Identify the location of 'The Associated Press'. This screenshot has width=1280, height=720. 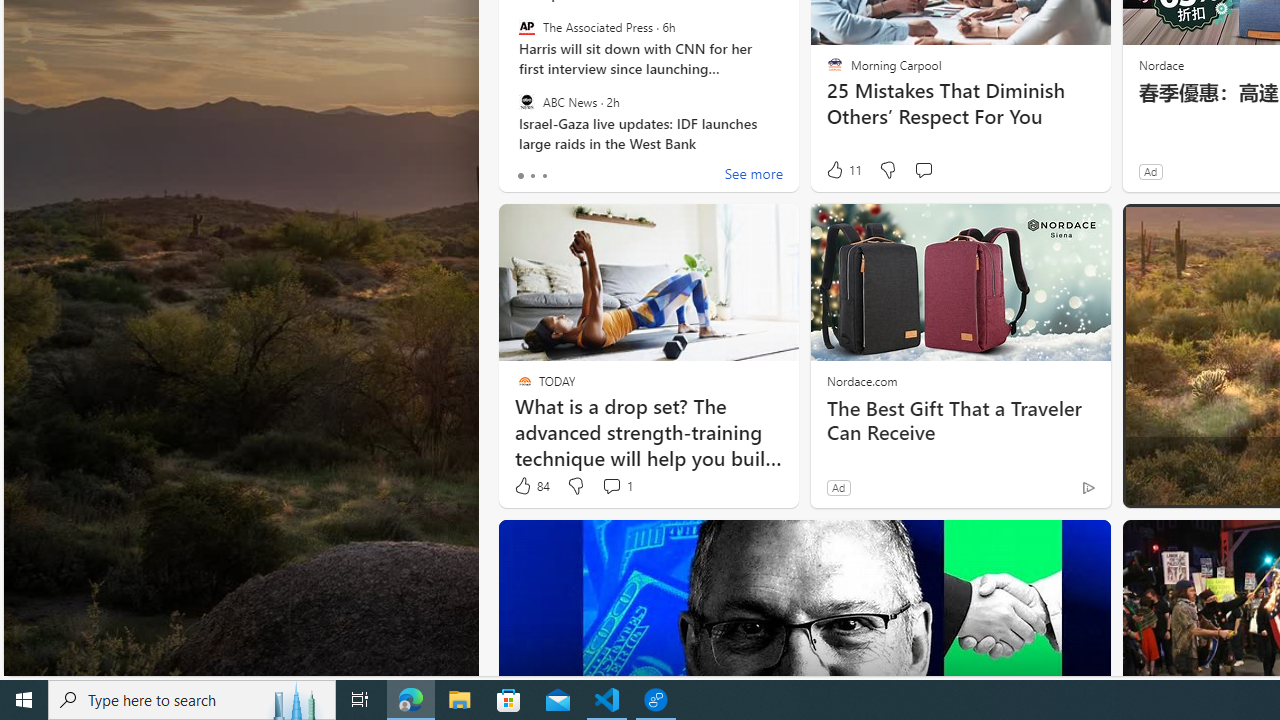
(526, 27).